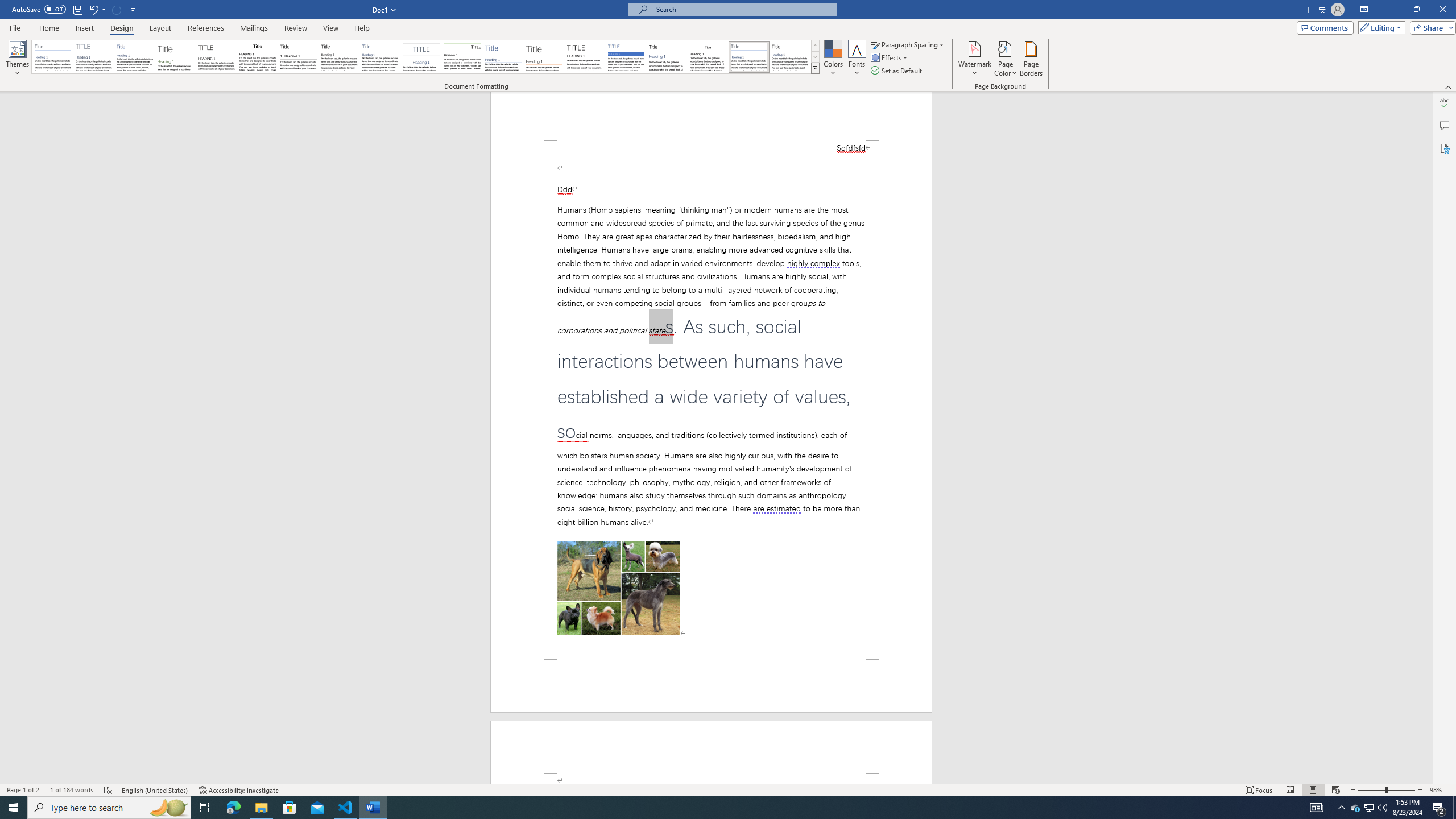 The height and width of the screenshot is (819, 1456). Describe the element at coordinates (908, 44) in the screenshot. I see `'Paragraph Spacing'` at that location.